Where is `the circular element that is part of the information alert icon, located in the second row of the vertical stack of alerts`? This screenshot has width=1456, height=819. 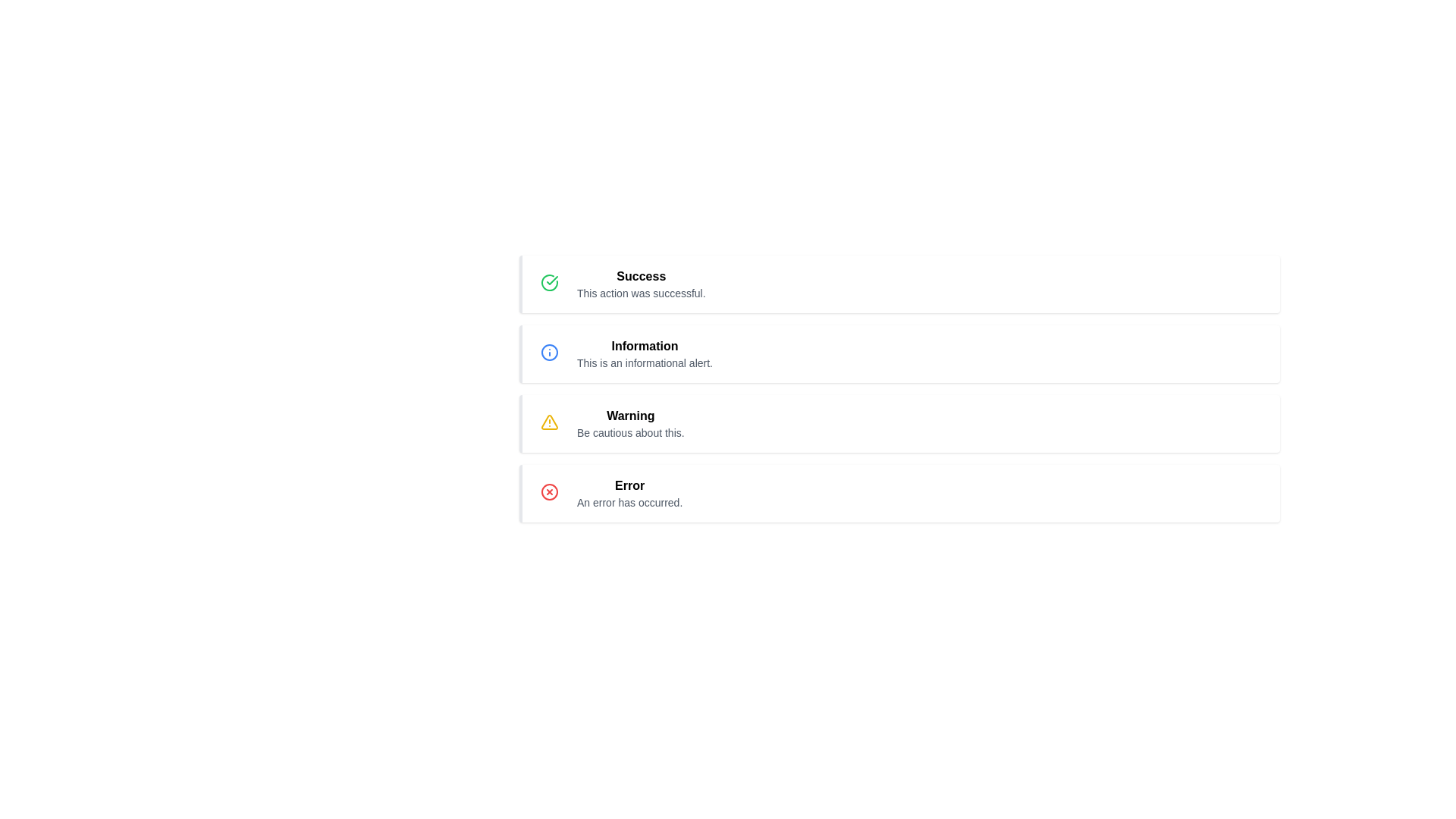 the circular element that is part of the information alert icon, located in the second row of the vertical stack of alerts is located at coordinates (548, 353).